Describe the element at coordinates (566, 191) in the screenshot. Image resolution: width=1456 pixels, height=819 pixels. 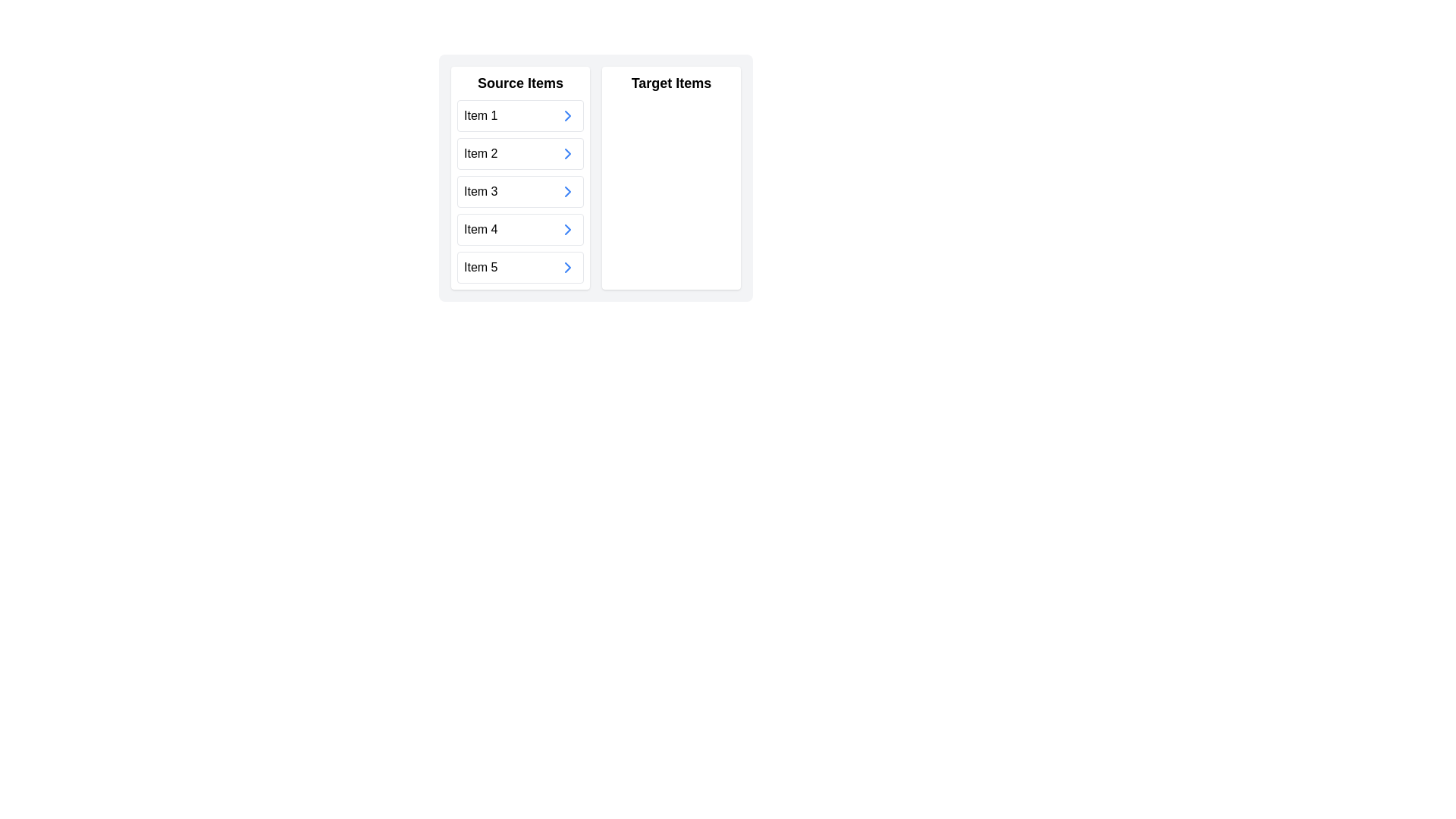
I see `the interactive right arrow icon styled in blue, located next to the text 'Item 3' in the list` at that location.